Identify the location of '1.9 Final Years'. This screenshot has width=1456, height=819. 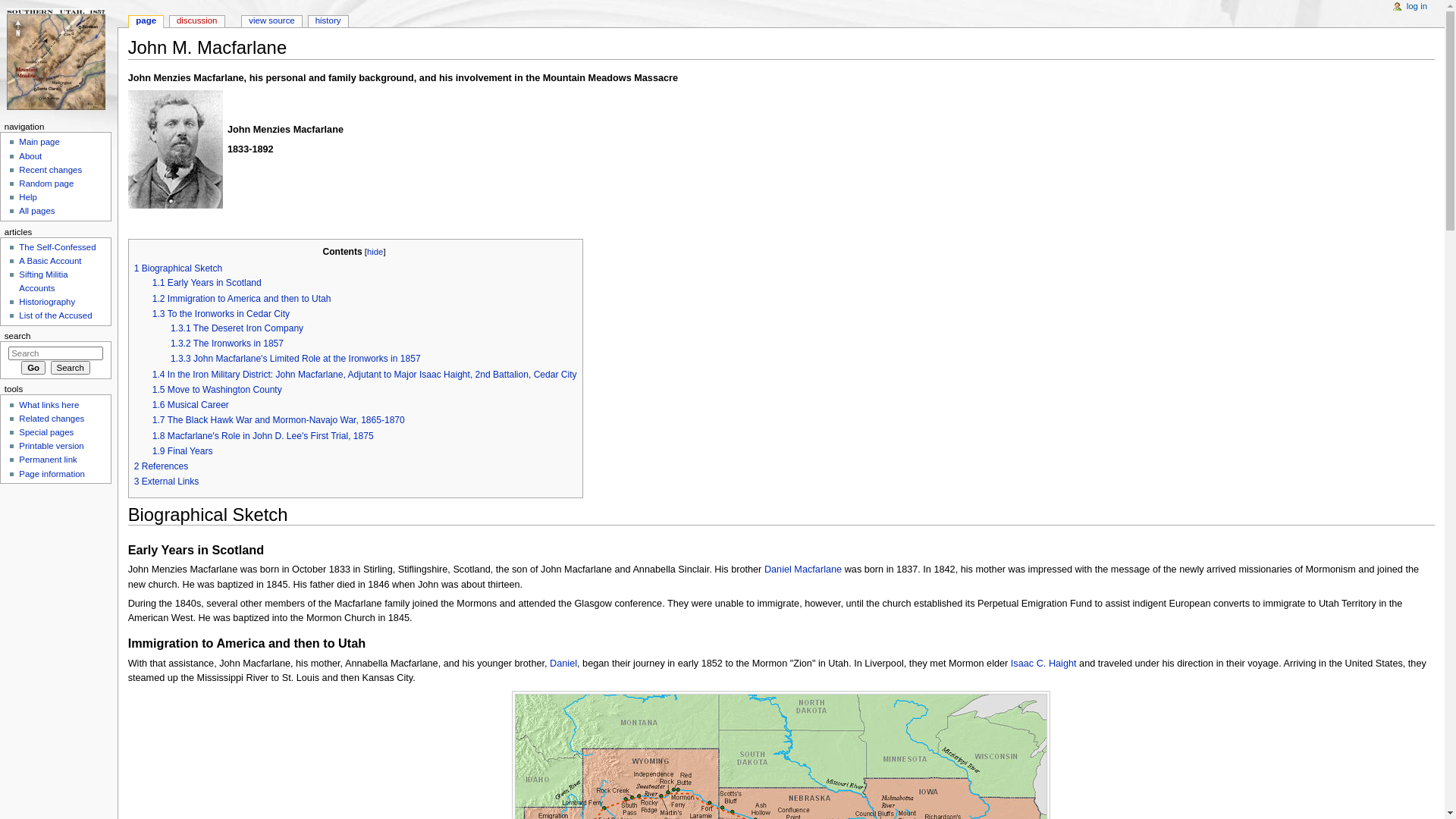
(182, 450).